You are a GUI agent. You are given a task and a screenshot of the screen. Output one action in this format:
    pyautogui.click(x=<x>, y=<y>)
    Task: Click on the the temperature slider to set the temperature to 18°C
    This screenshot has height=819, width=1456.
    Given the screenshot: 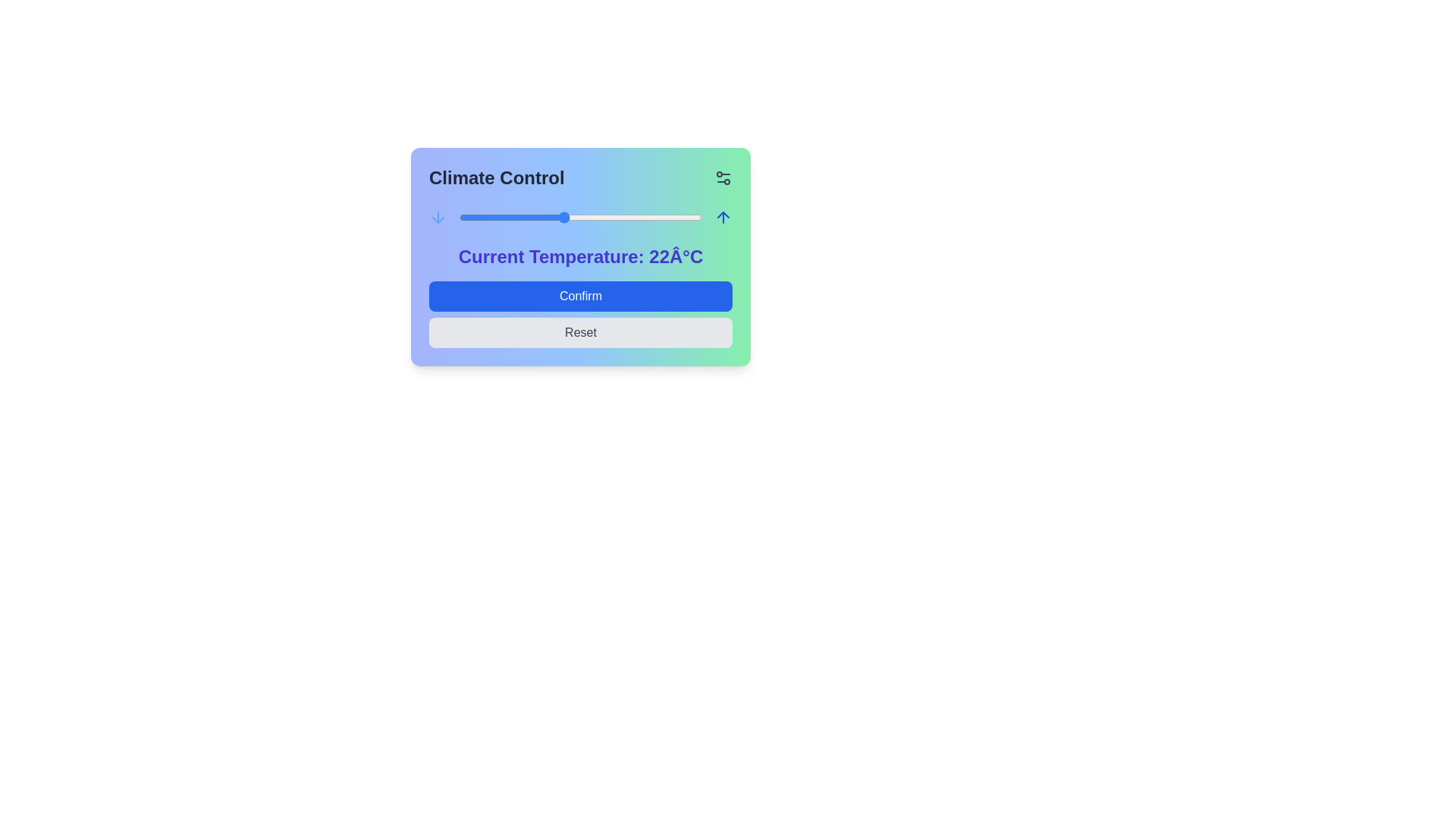 What is the action you would take?
    pyautogui.click(x=494, y=217)
    